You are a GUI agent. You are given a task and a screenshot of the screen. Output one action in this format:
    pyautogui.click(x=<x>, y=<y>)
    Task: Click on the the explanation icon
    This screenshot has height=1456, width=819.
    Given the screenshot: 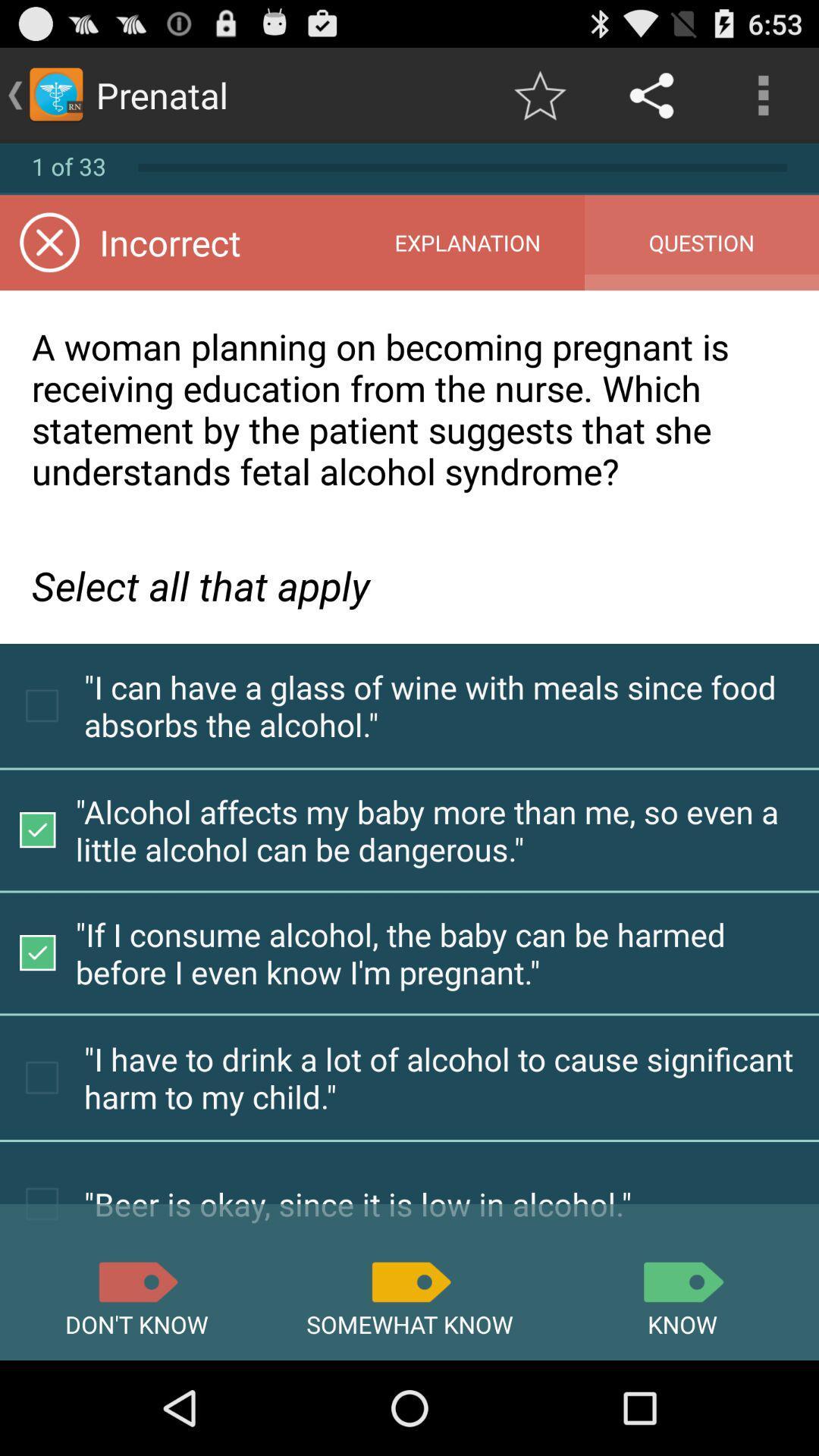 What is the action you would take?
    pyautogui.click(x=466, y=243)
    